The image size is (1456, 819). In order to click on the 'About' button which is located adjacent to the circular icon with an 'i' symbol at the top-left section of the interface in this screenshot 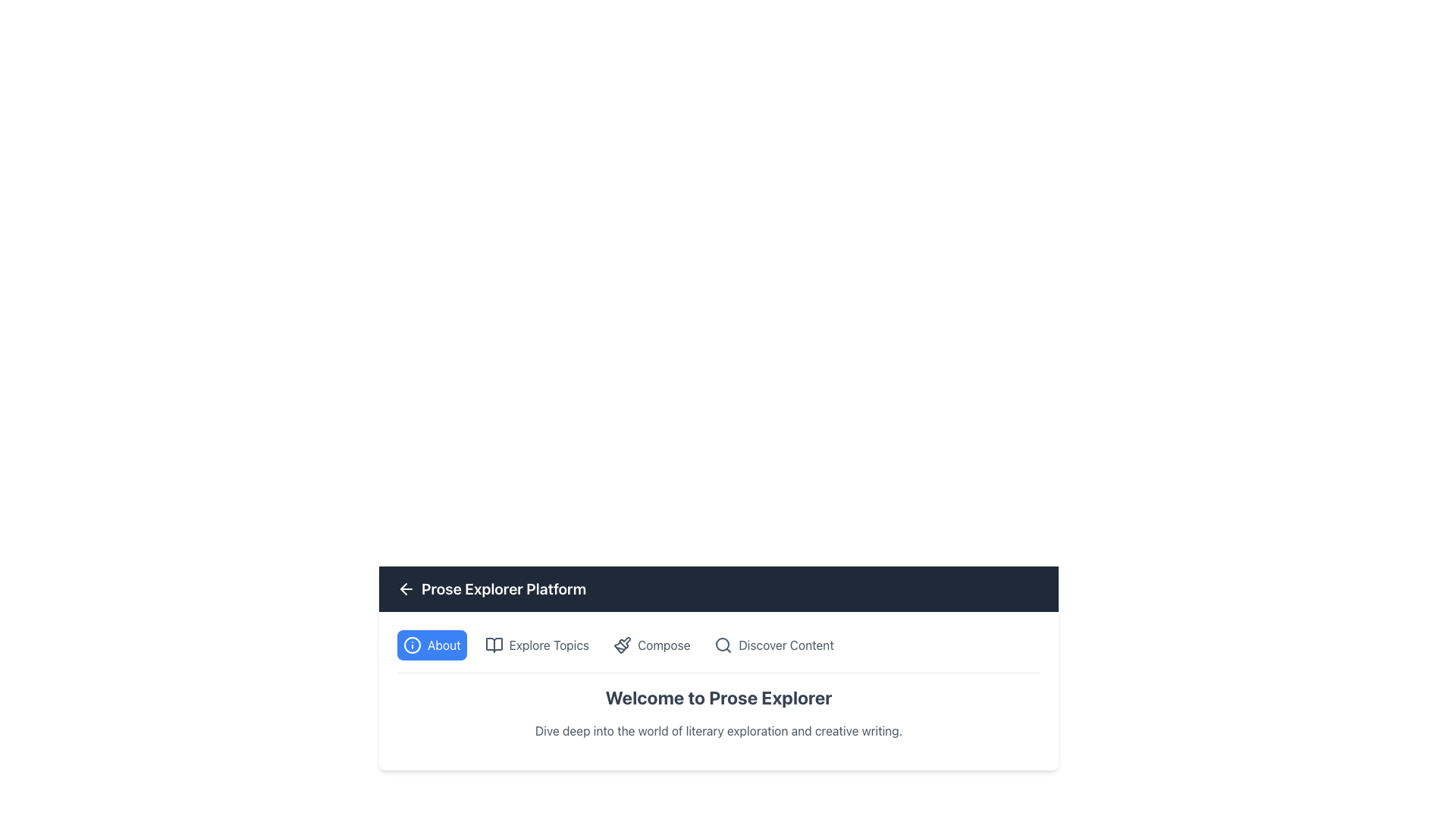, I will do `click(443, 645)`.